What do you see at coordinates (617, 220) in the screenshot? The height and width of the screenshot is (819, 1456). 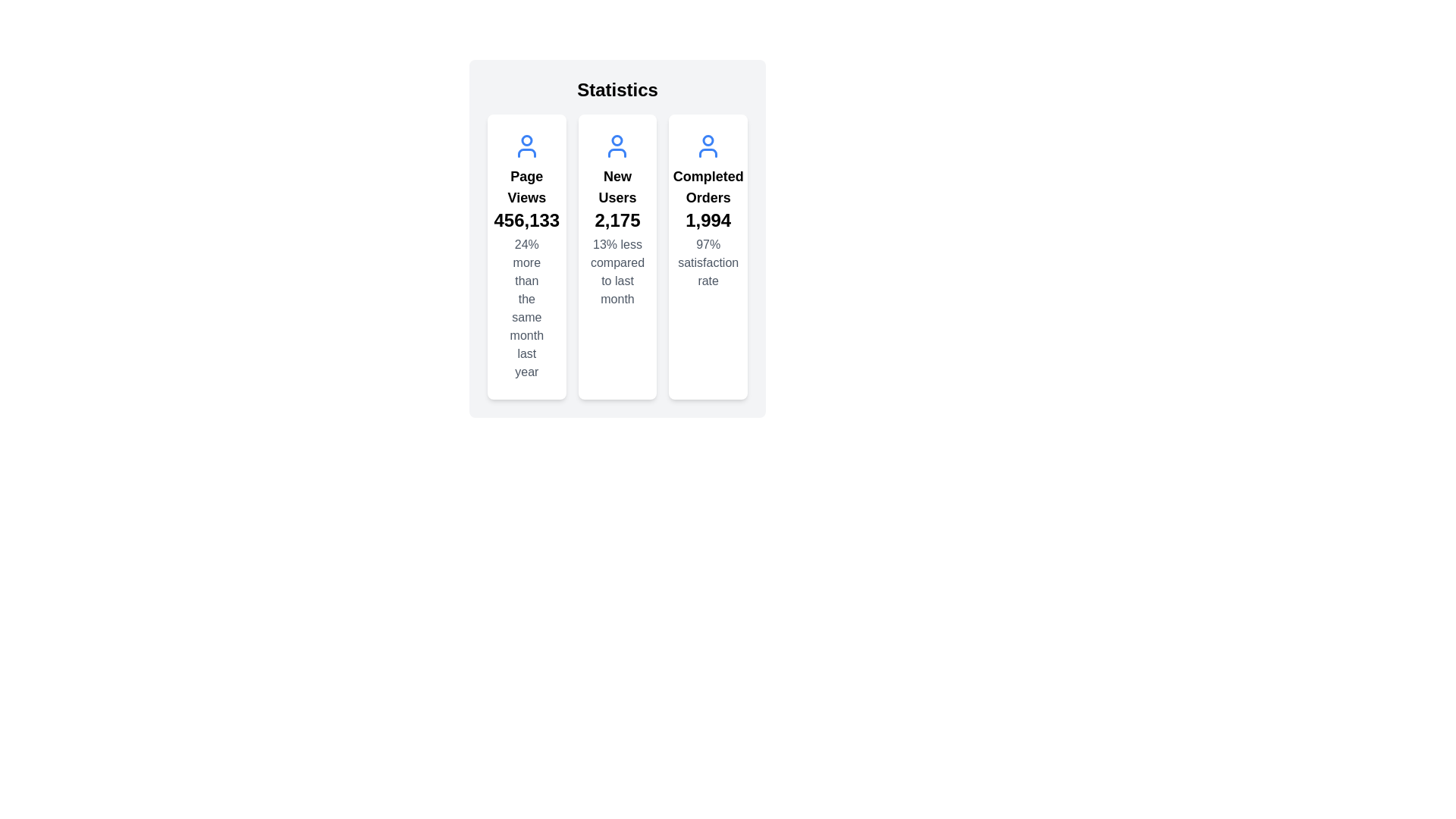 I see `bold number '2,175' displayed prominently in the center of the second card titled 'New Users'` at bounding box center [617, 220].